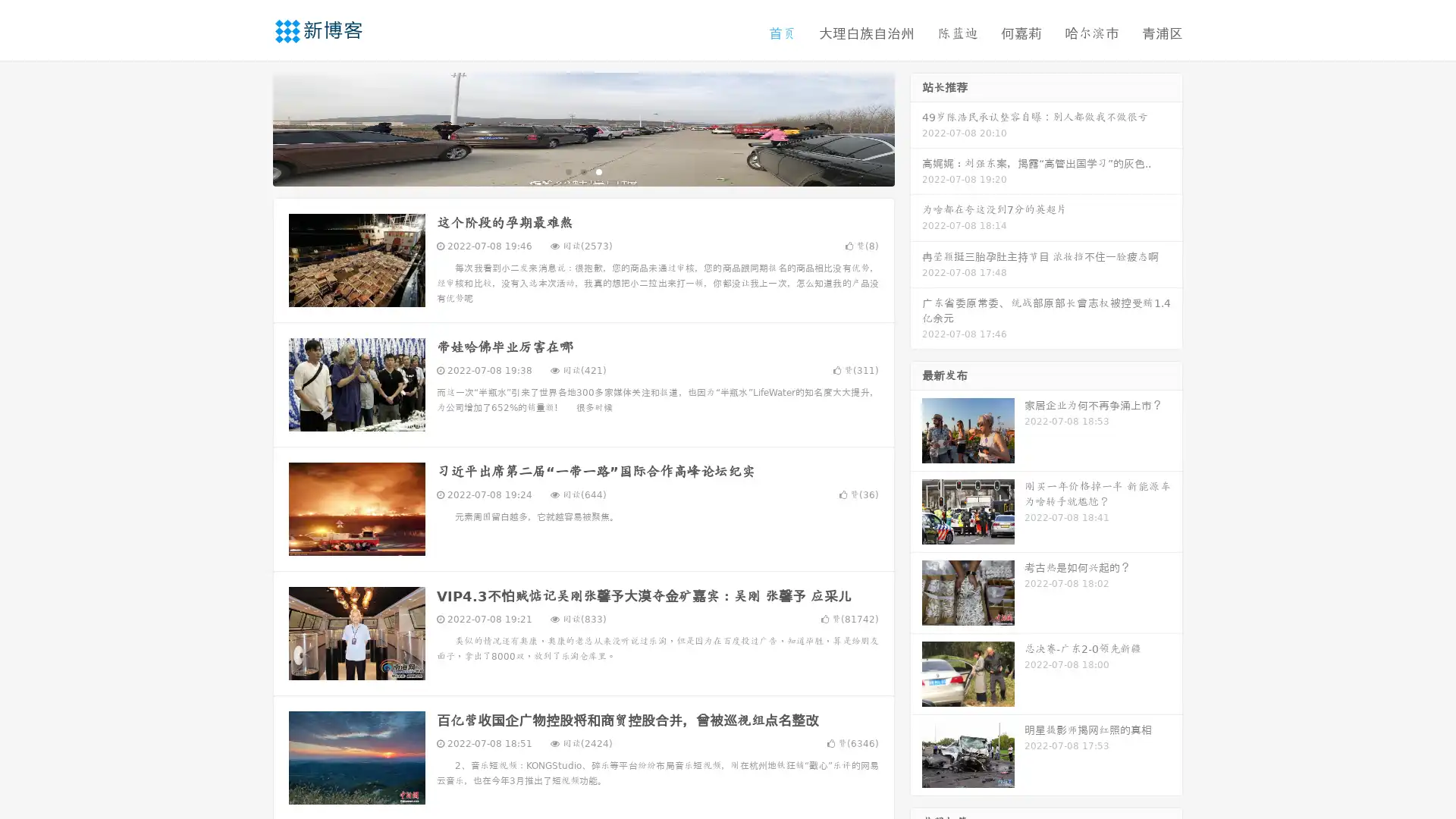 The image size is (1456, 819). What do you see at coordinates (567, 171) in the screenshot?
I see `Go to slide 1` at bounding box center [567, 171].